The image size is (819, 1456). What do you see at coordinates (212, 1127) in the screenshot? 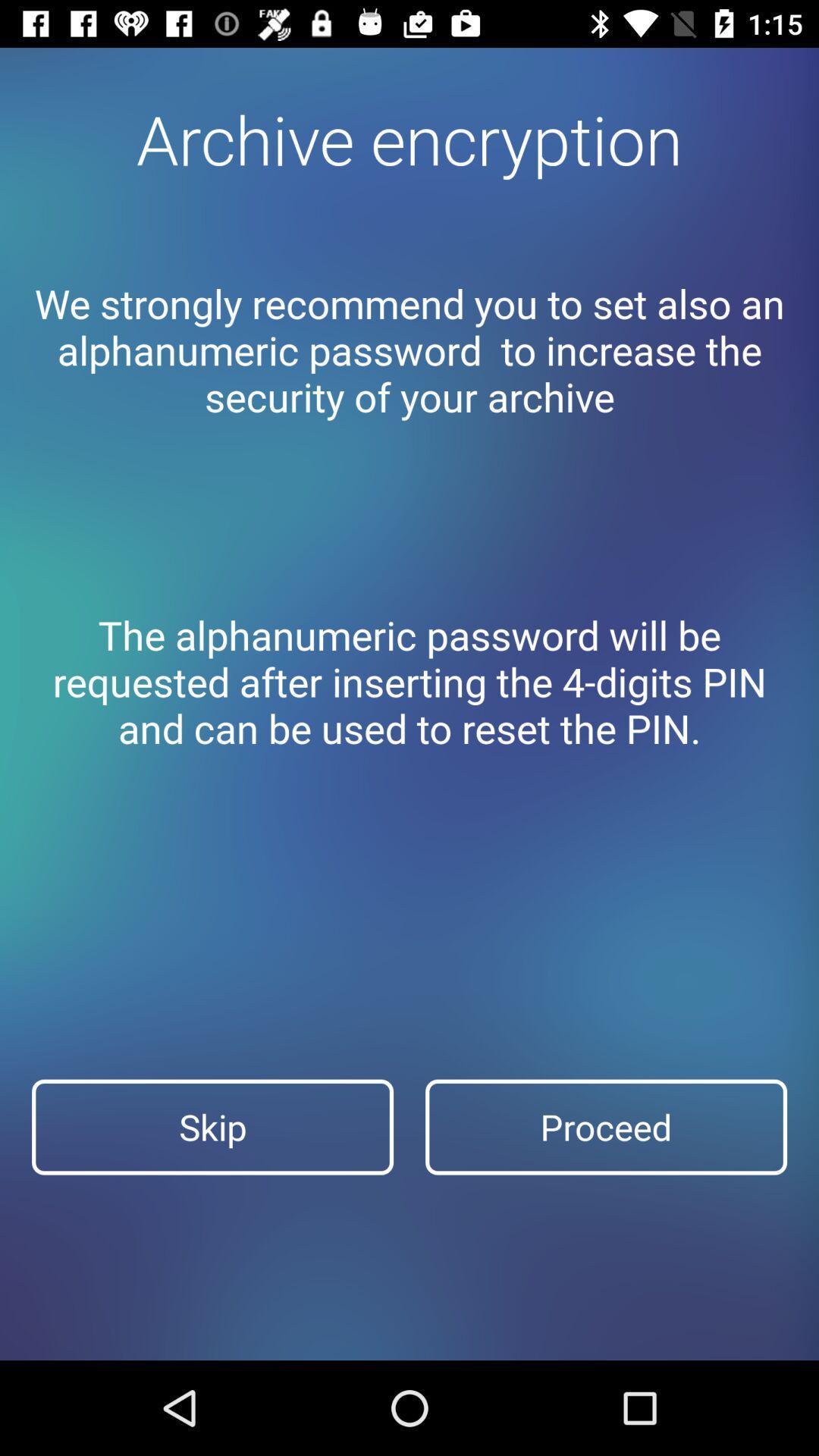
I see `the icon next to proceed item` at bounding box center [212, 1127].